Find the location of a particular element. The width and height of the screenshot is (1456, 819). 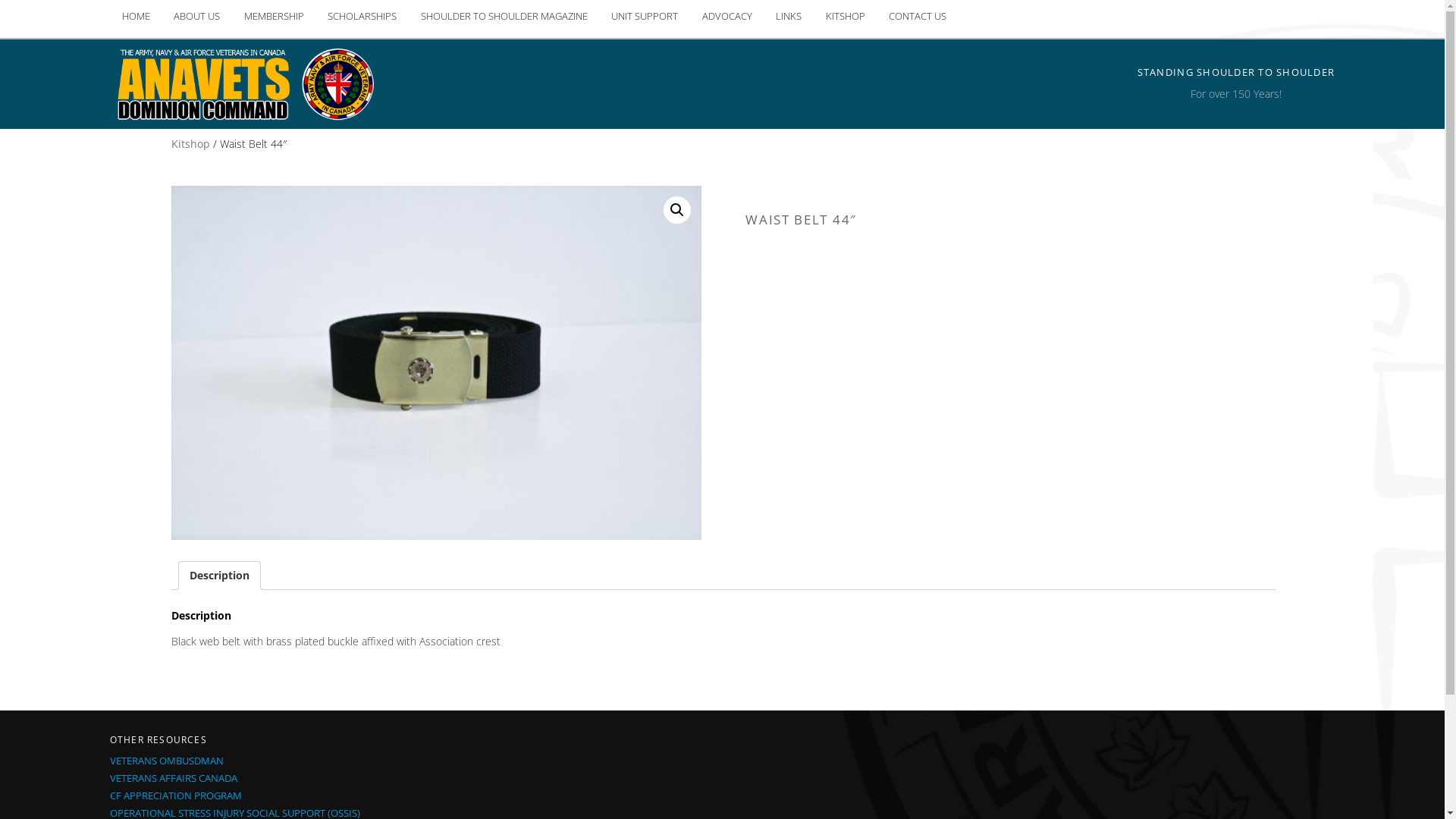

'VETERANS AFFAIRS CANADA' is located at coordinates (174, 778).